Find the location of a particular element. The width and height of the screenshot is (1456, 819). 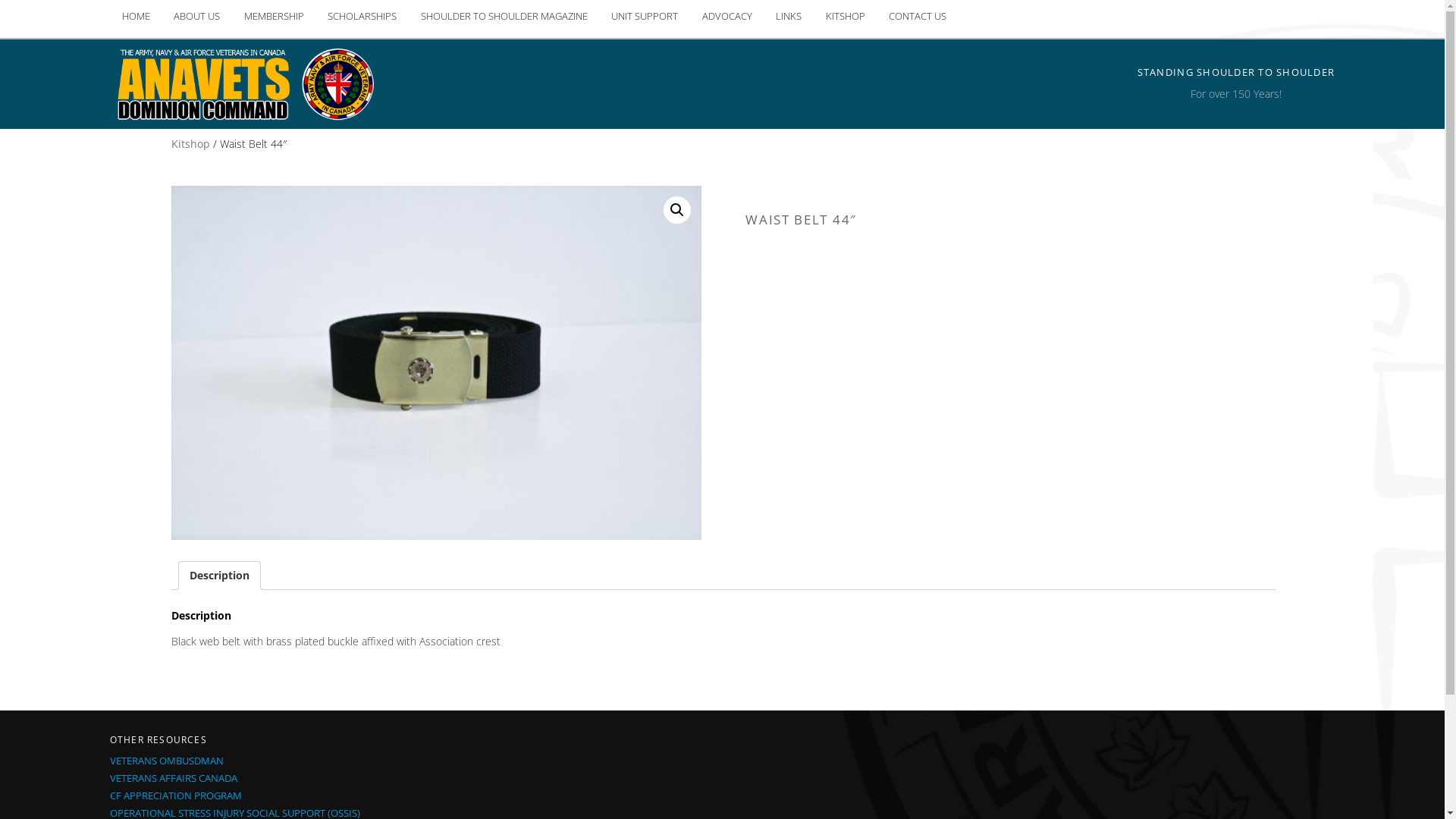

'VETERANS AFFAIRS CANADA' is located at coordinates (174, 778).